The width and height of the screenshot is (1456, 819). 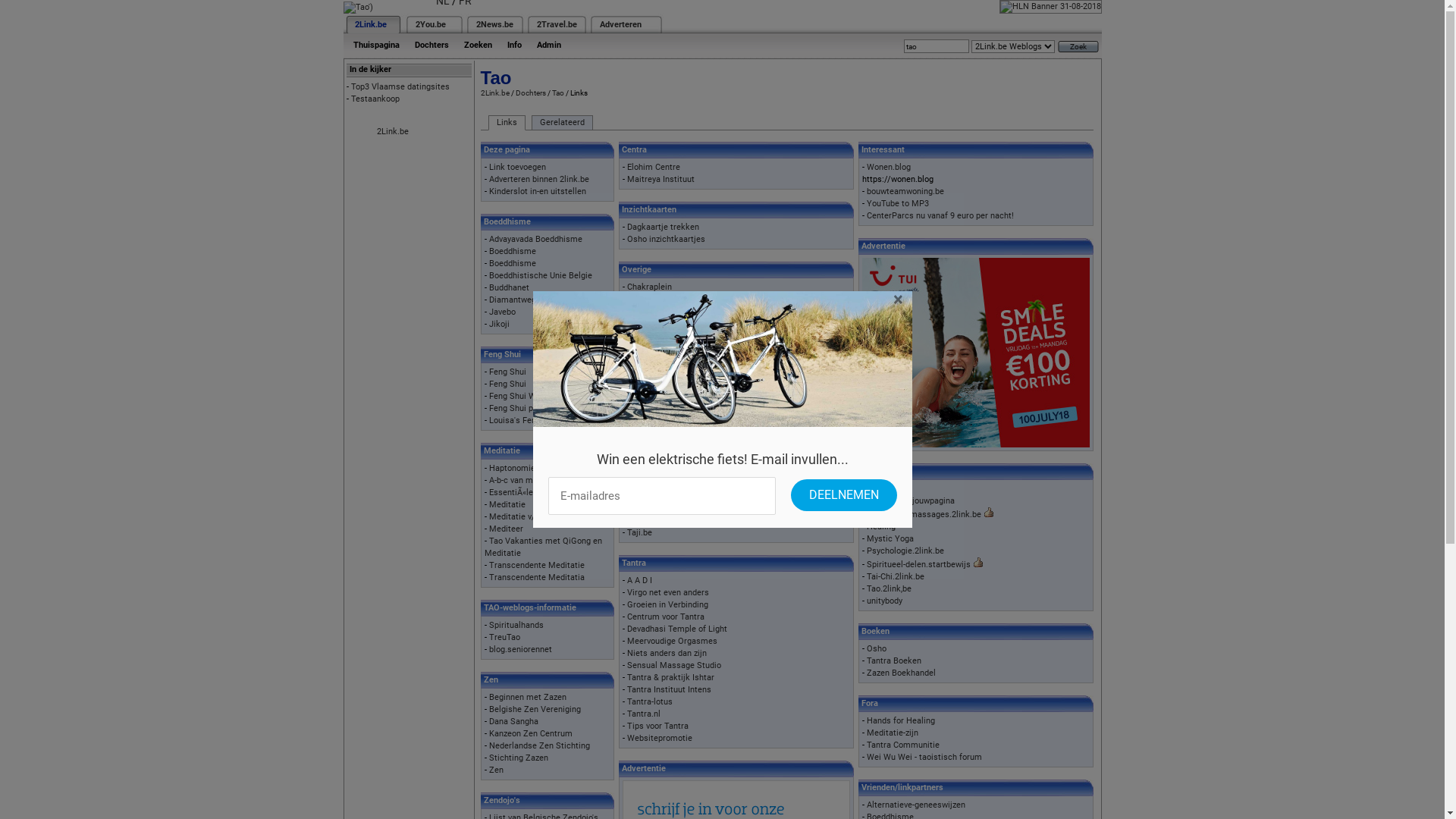 What do you see at coordinates (626, 664) in the screenshot?
I see `'Sensual Massage Studio'` at bounding box center [626, 664].